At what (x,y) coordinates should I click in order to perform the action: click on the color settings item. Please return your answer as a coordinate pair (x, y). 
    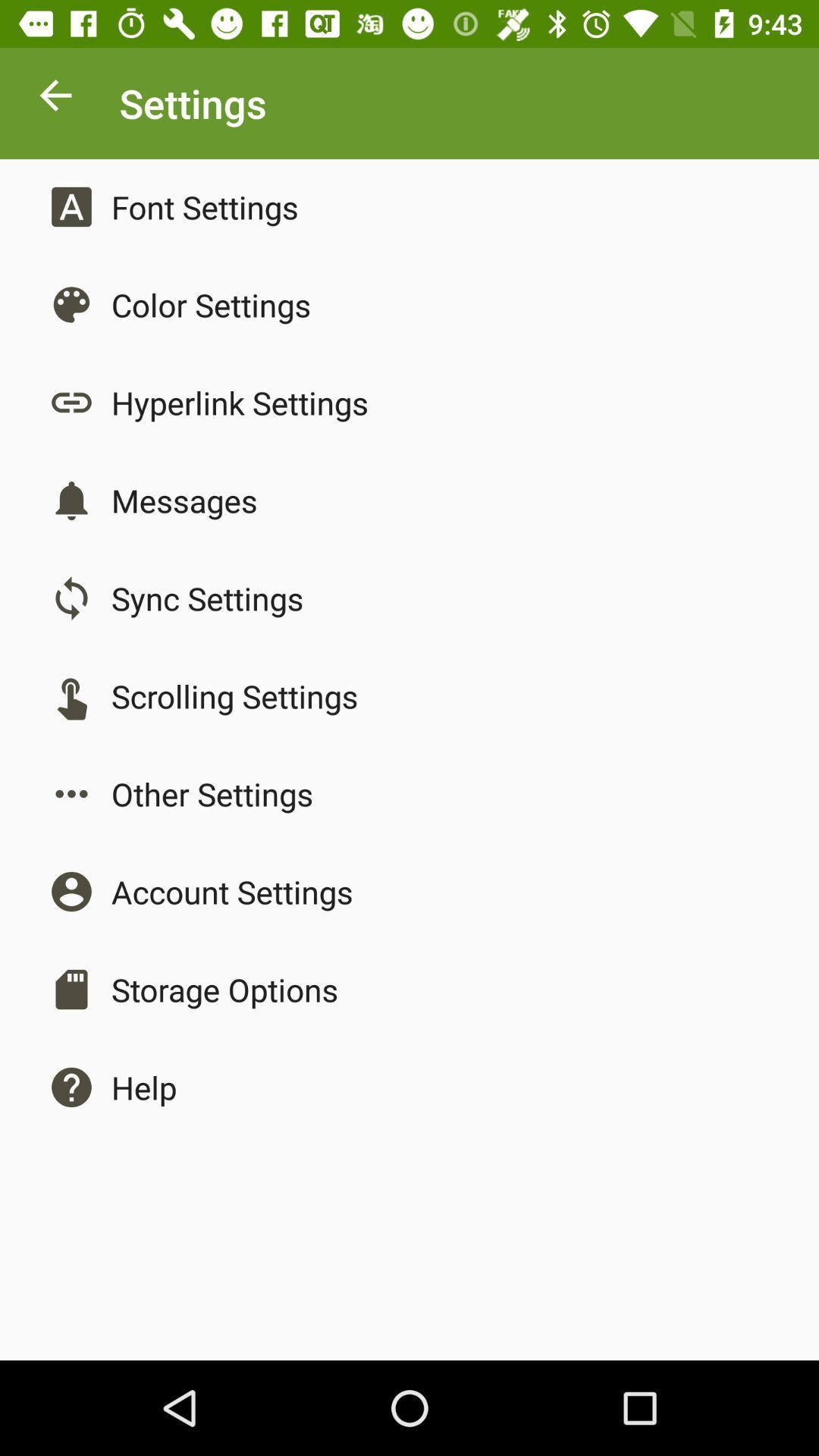
    Looking at the image, I should click on (211, 304).